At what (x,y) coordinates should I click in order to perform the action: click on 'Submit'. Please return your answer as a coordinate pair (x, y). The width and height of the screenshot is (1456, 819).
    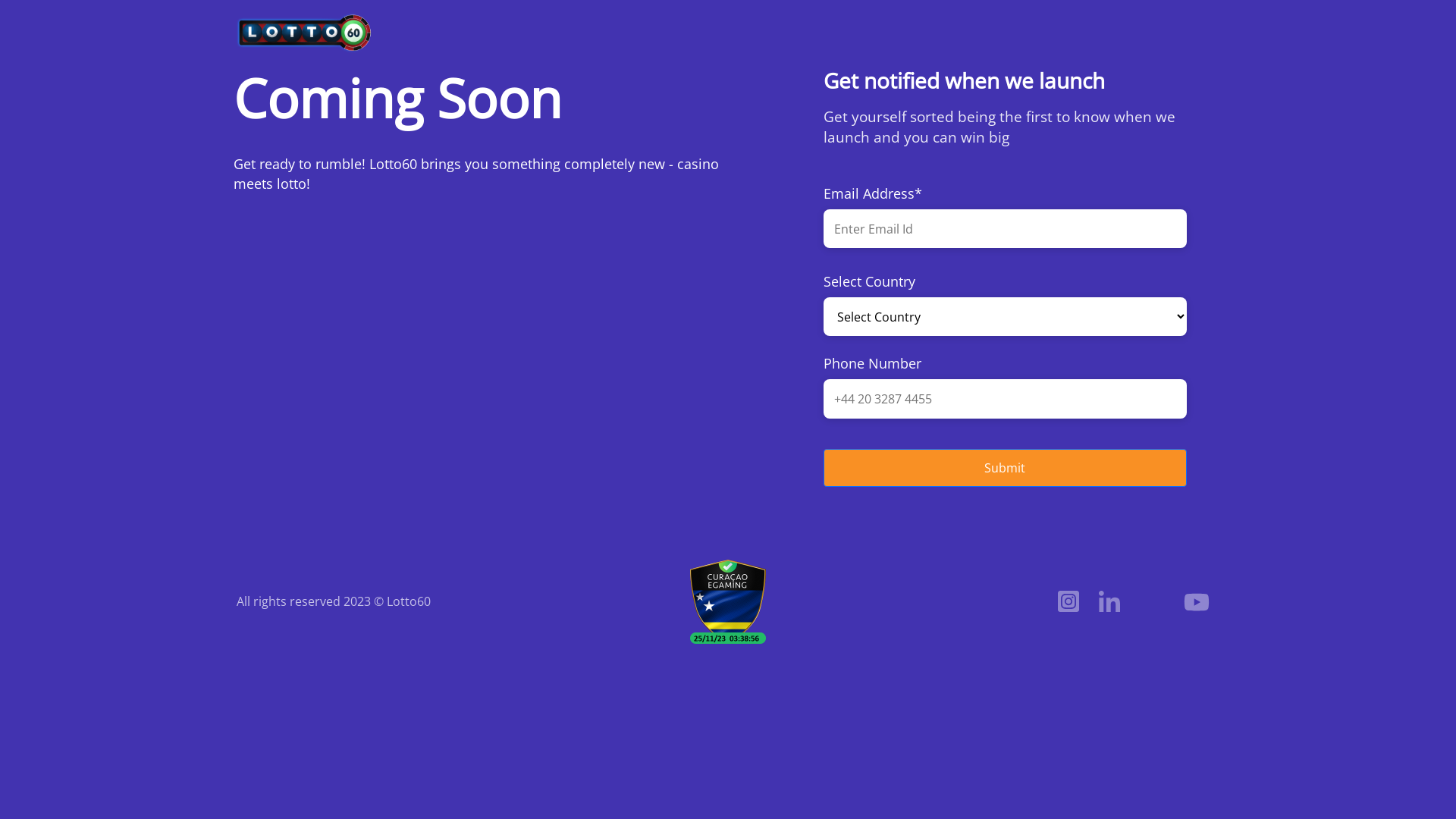
    Looking at the image, I should click on (1005, 444).